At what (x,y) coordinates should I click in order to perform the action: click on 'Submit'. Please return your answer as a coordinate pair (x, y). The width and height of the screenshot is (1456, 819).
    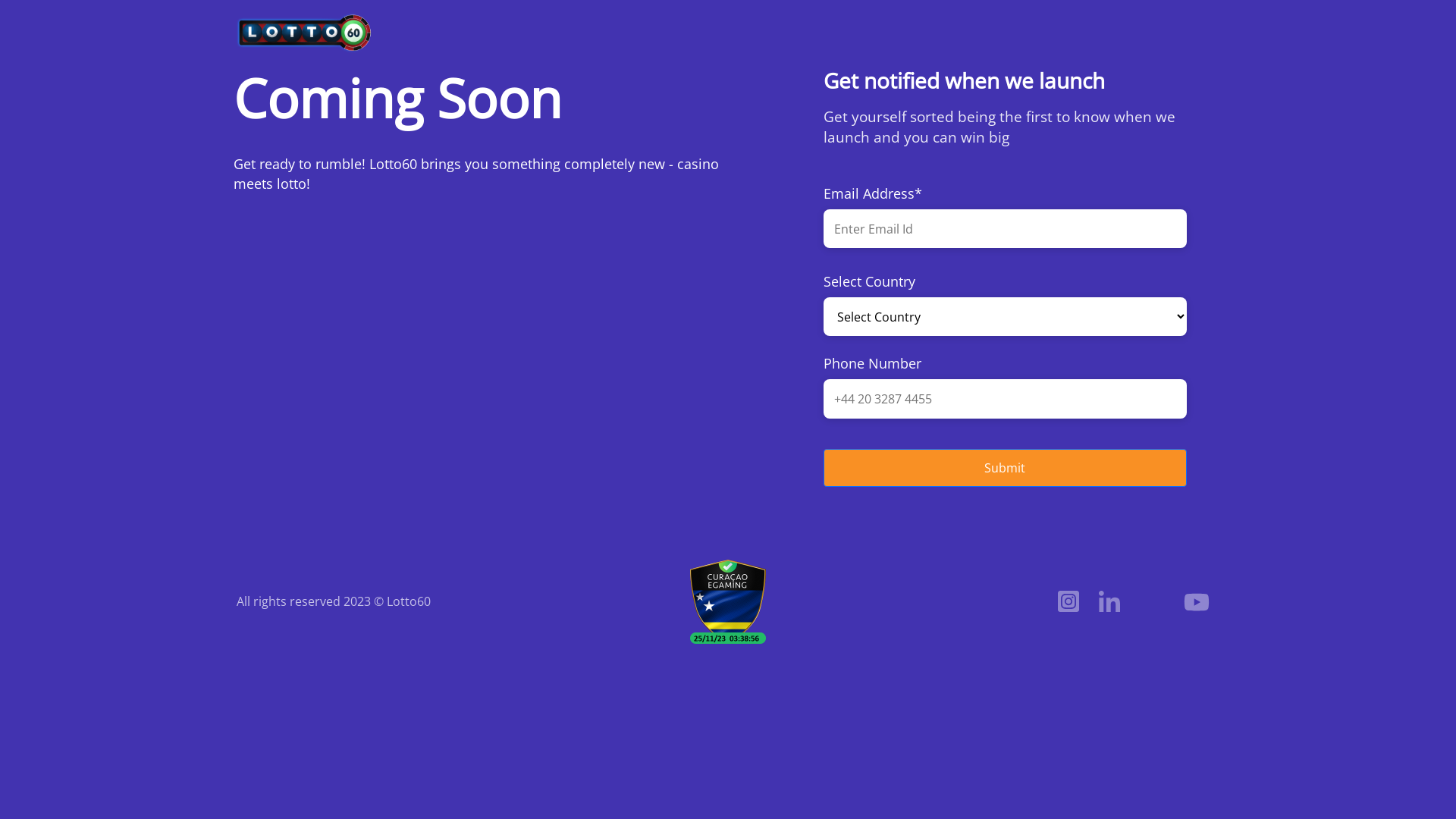
    Looking at the image, I should click on (1005, 444).